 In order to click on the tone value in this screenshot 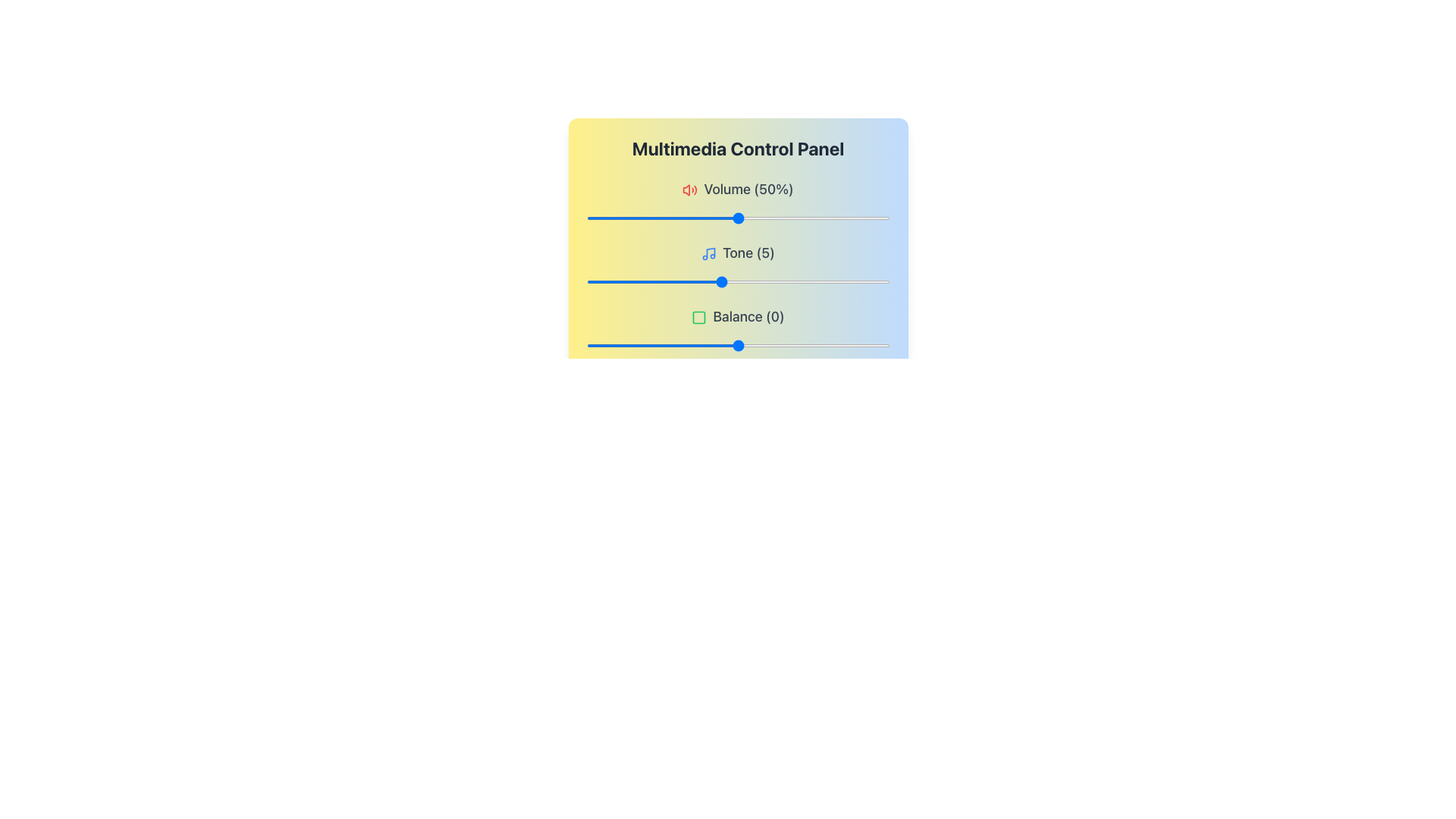, I will do `click(821, 281)`.